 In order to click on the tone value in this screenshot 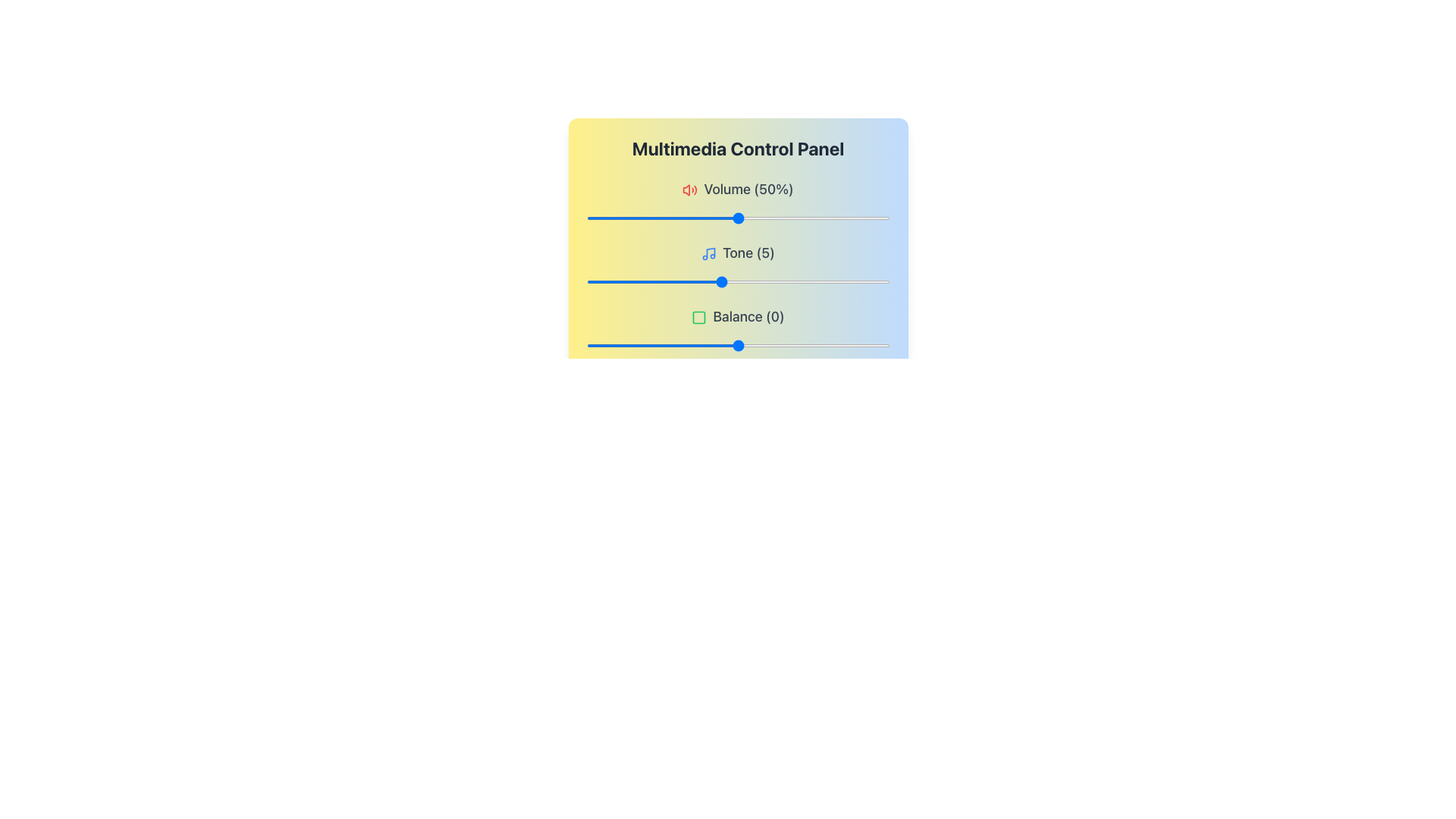, I will do `click(821, 281)`.